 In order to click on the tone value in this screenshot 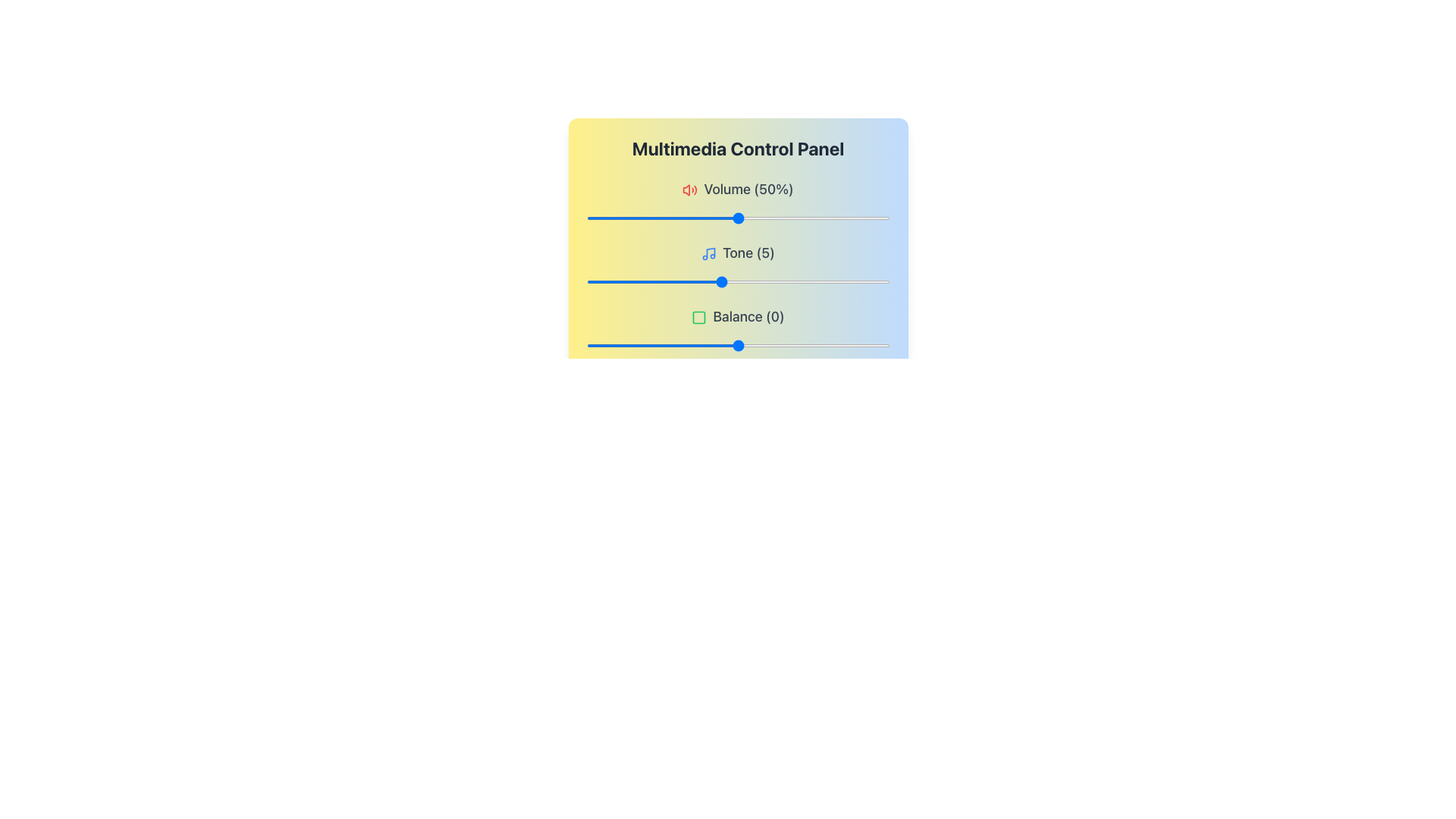, I will do `click(821, 281)`.